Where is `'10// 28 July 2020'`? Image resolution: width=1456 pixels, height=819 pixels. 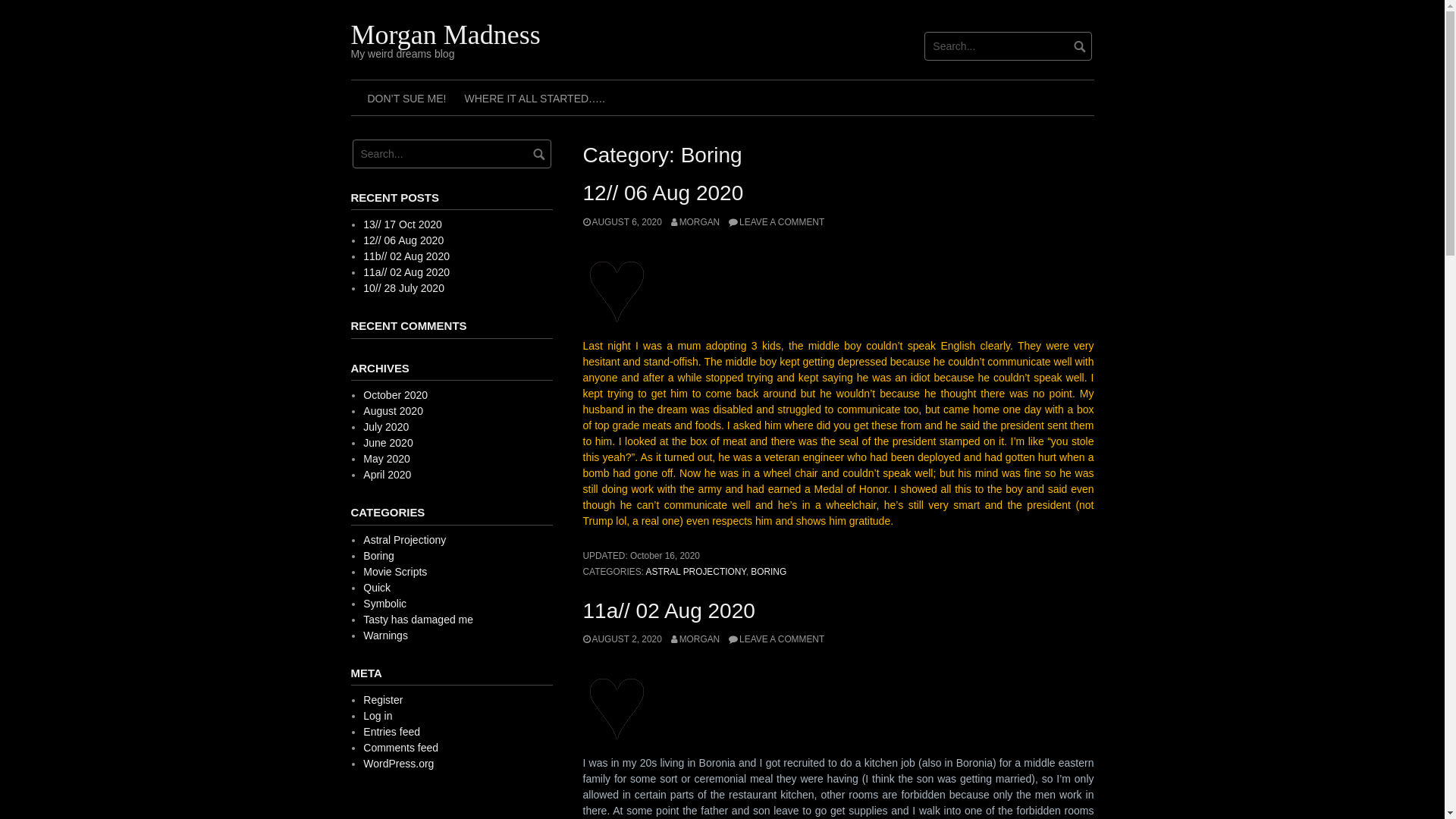
'10// 28 July 2020' is located at coordinates (403, 288).